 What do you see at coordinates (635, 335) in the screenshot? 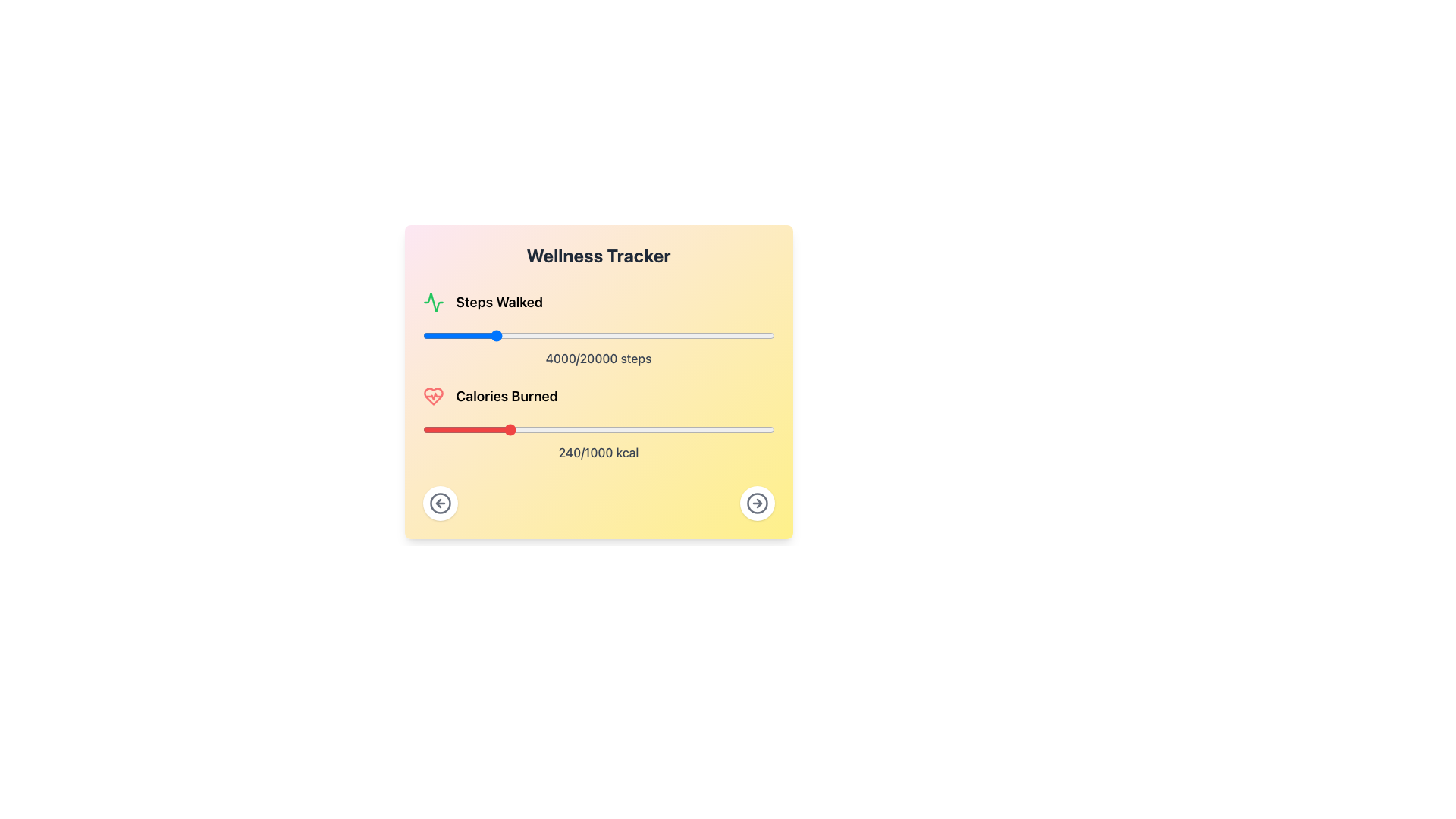
I see `the 'Steps Walked' slider` at bounding box center [635, 335].